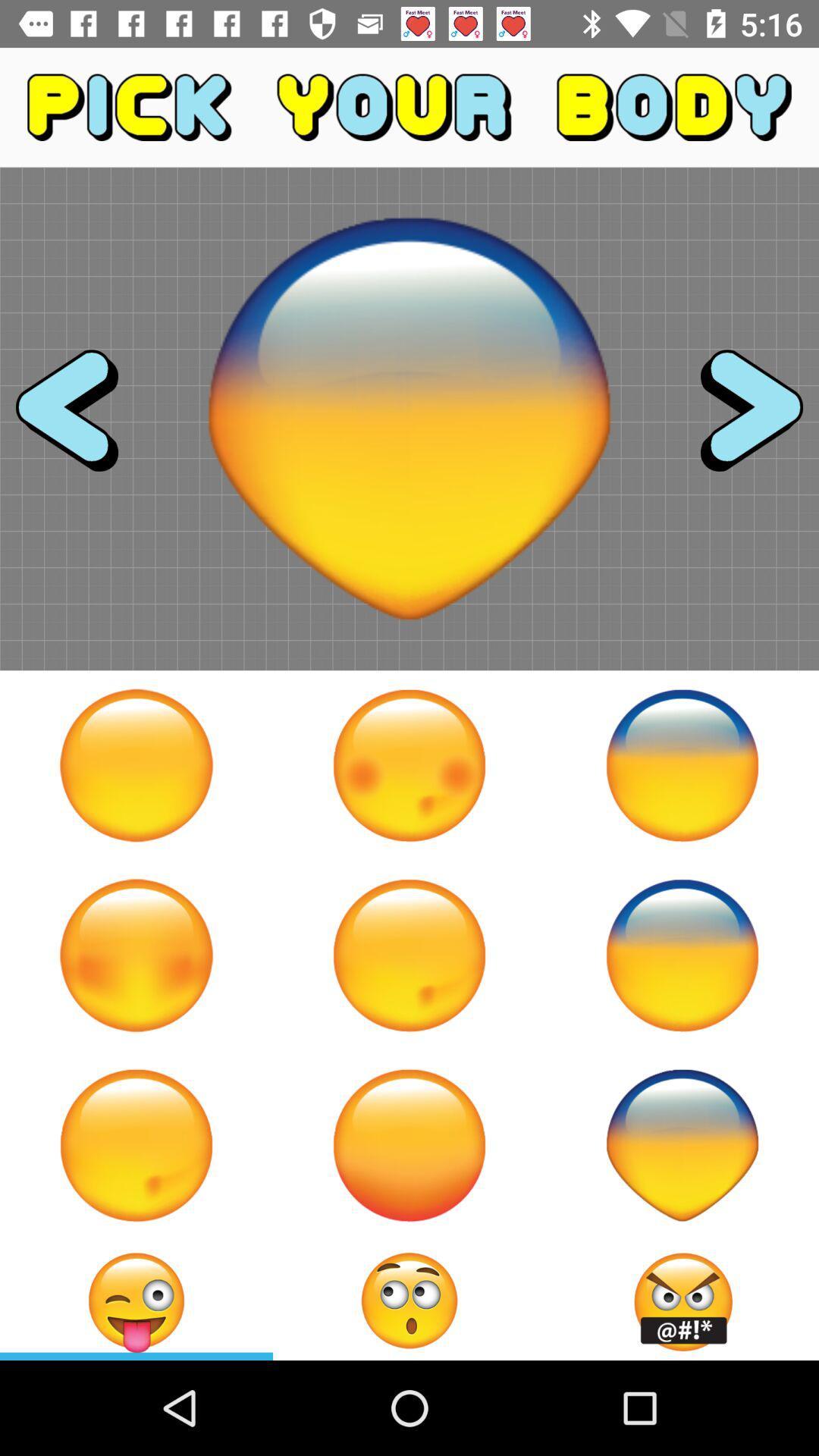 This screenshot has width=819, height=1456. Describe the element at coordinates (409, 1145) in the screenshot. I see `face` at that location.